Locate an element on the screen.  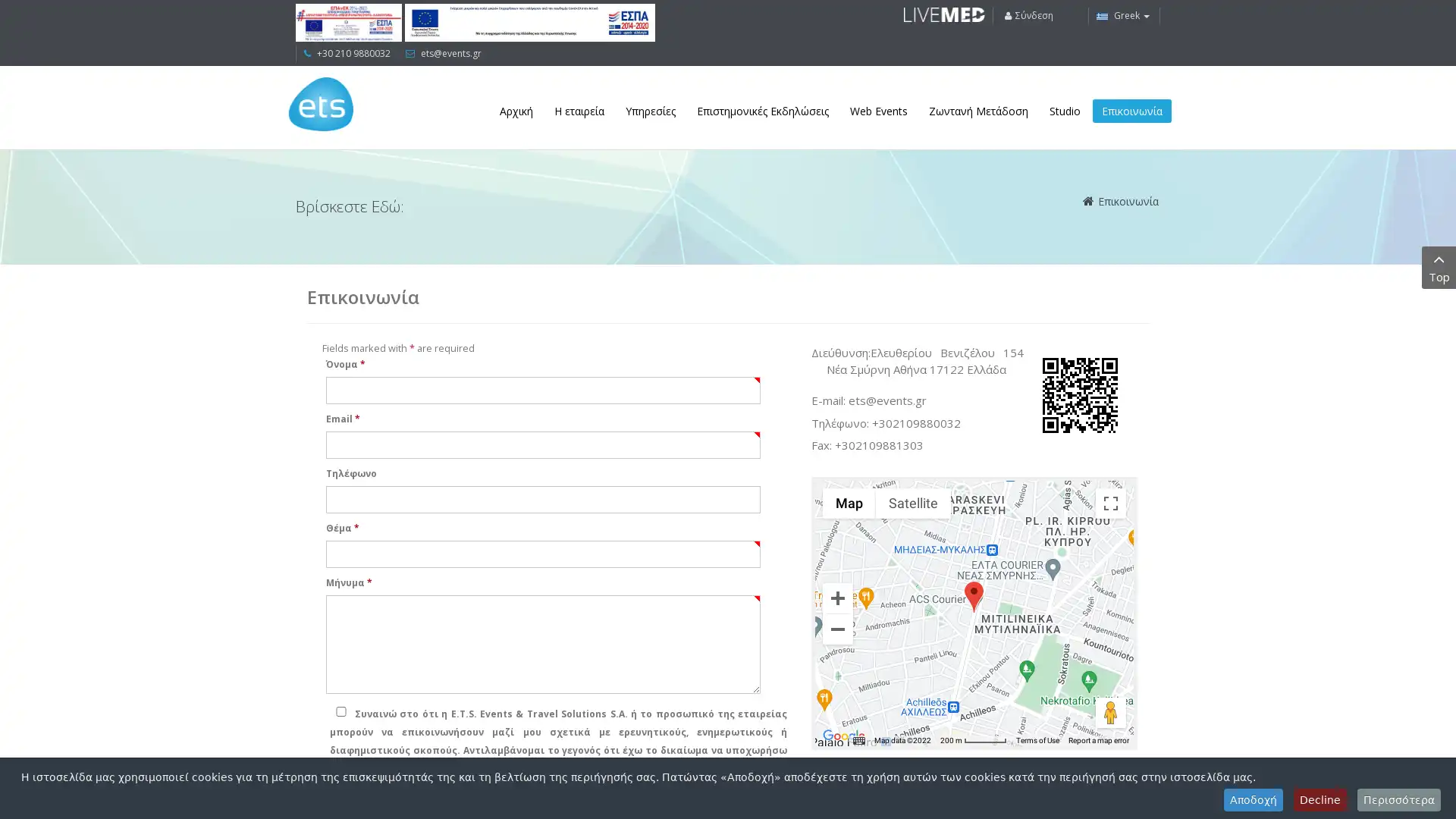
Zoom in is located at coordinates (836, 596).